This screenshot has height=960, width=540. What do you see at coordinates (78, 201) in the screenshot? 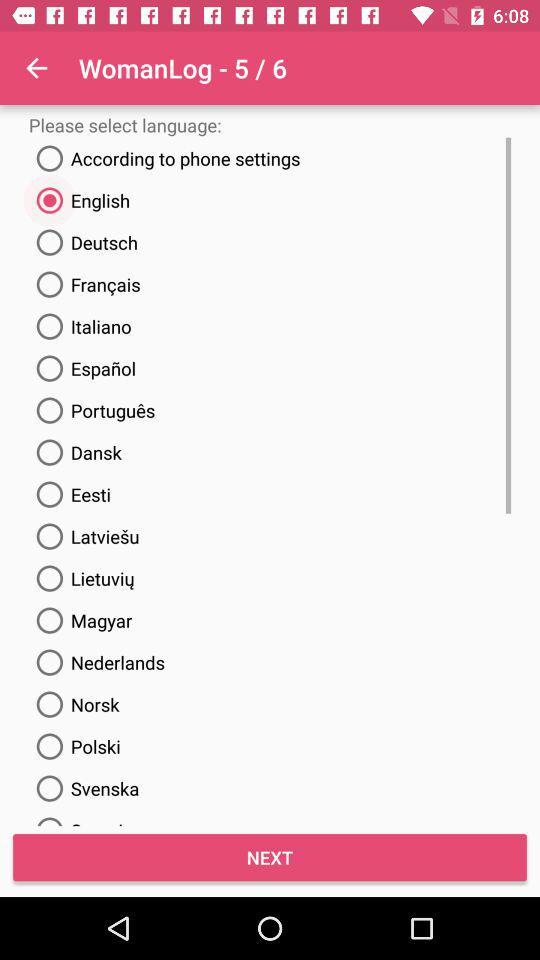
I see `the option english on the web page` at bounding box center [78, 201].